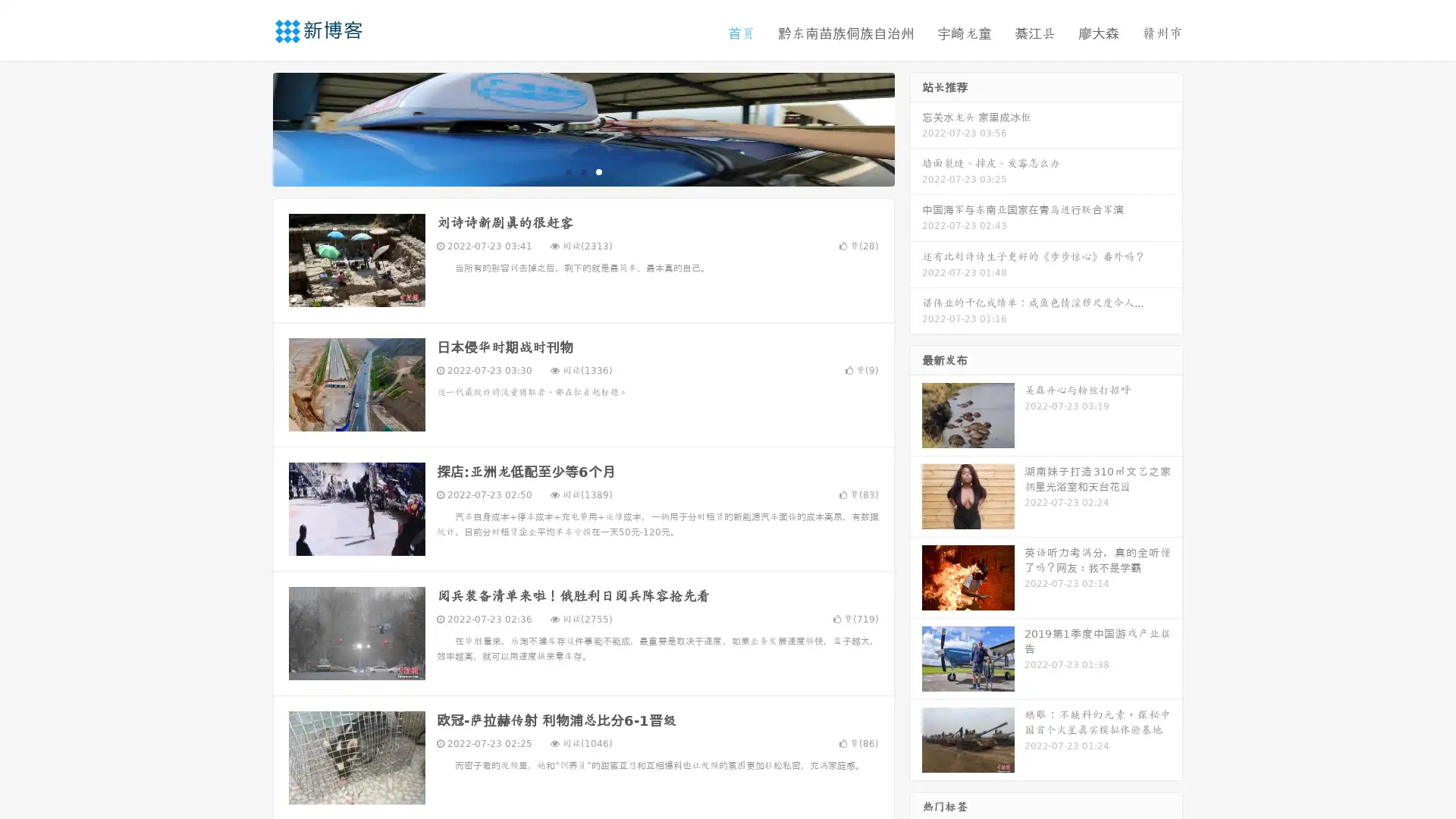 The width and height of the screenshot is (1456, 819). What do you see at coordinates (250, 127) in the screenshot?
I see `Previous slide` at bounding box center [250, 127].